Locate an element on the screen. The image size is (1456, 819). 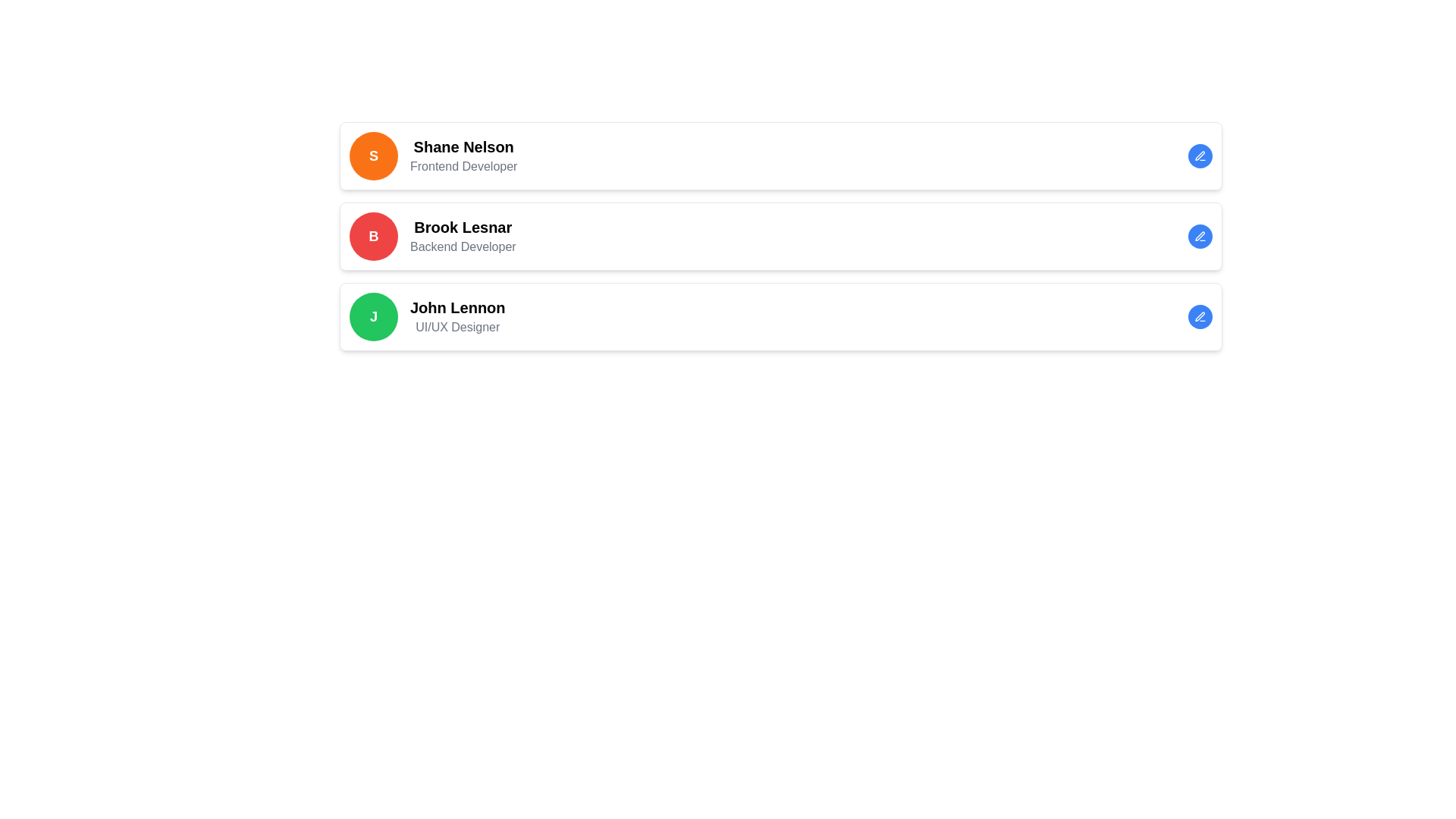
the profile avatar for user 'John Lennon', which is located in the third card of a vertical list of profiles is located at coordinates (374, 315).